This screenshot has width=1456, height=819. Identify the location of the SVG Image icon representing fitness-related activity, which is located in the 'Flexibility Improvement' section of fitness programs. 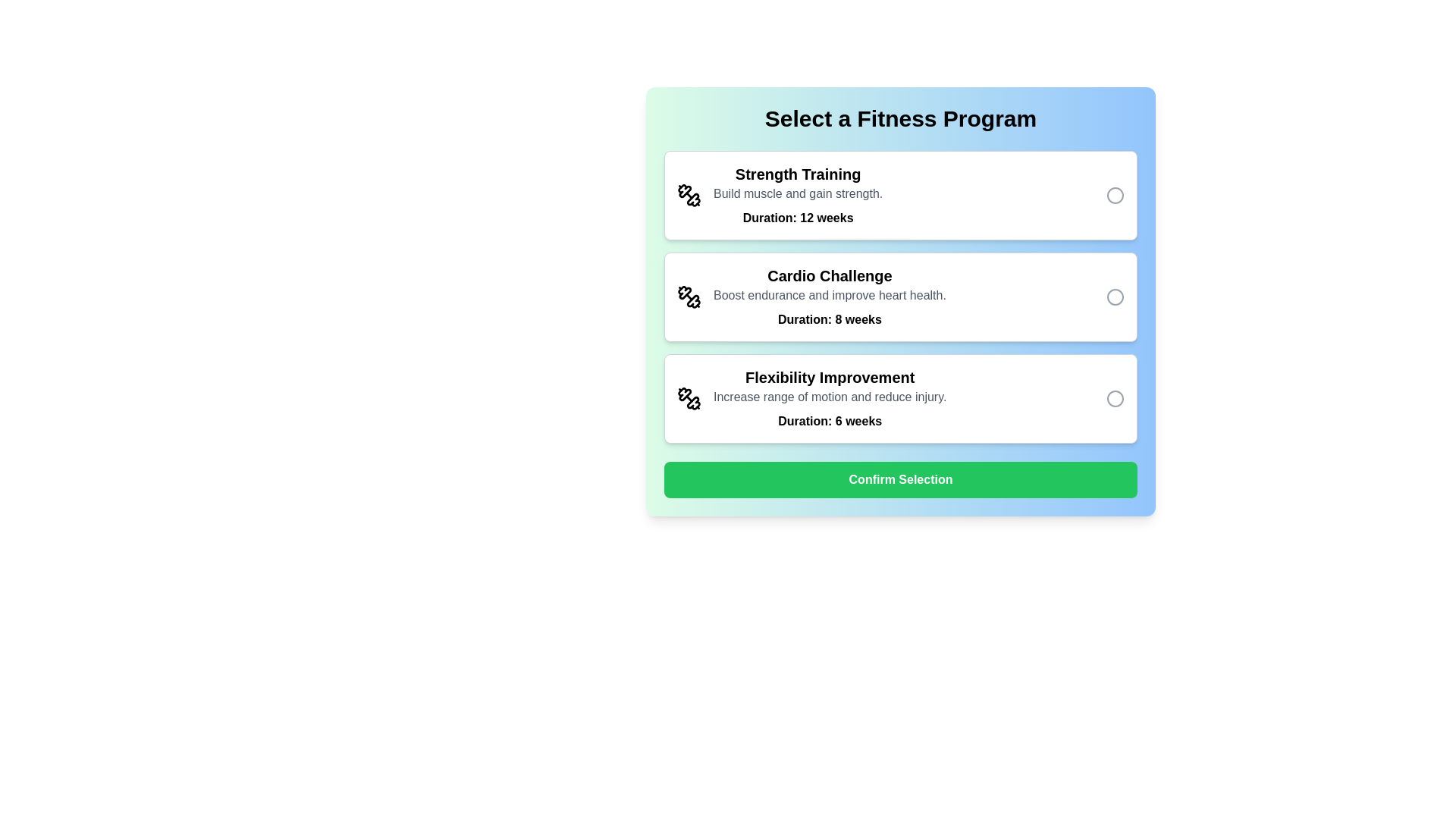
(688, 397).